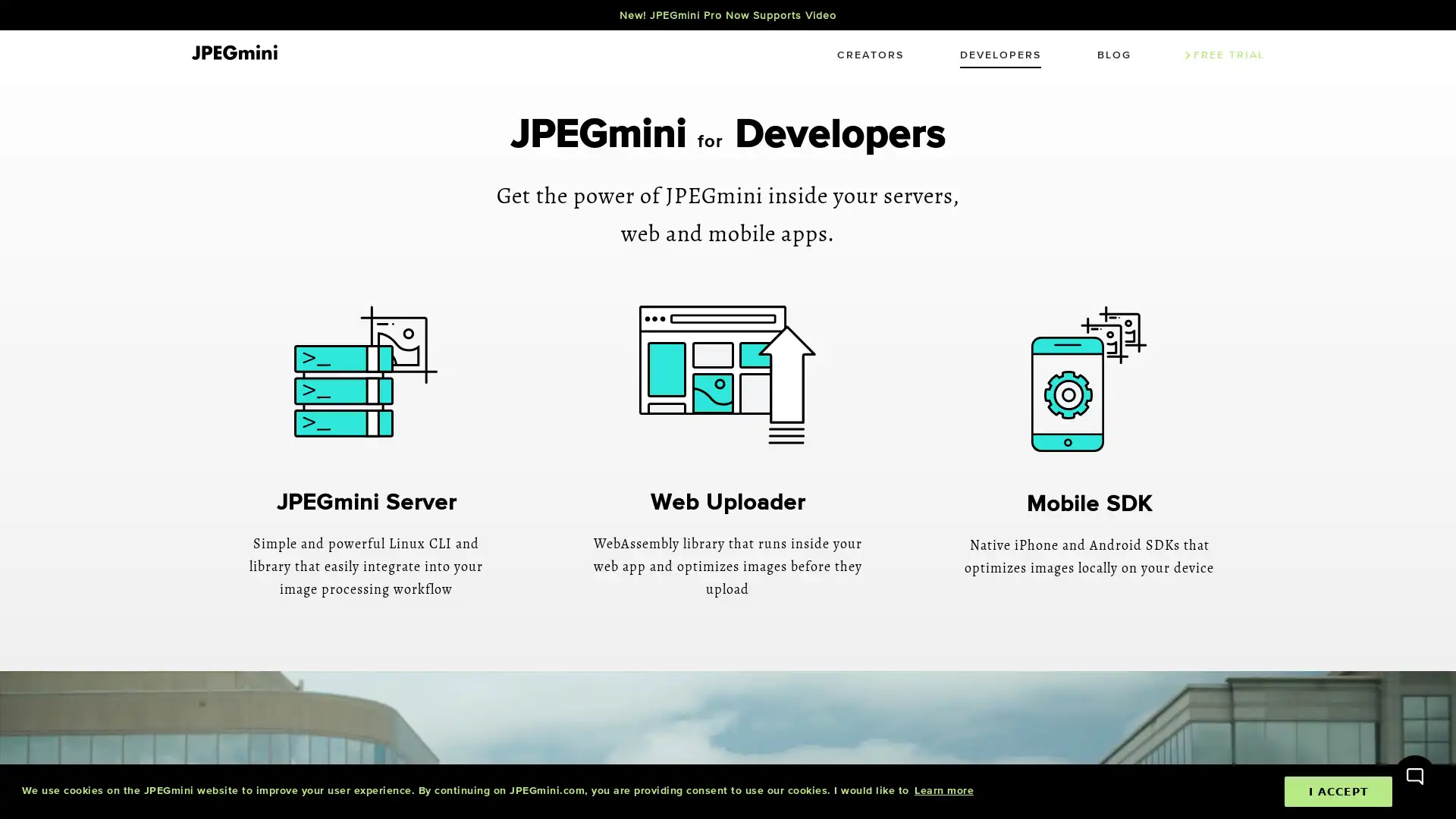  Describe the element at coordinates (1338, 791) in the screenshot. I see `dismiss cookie message` at that location.